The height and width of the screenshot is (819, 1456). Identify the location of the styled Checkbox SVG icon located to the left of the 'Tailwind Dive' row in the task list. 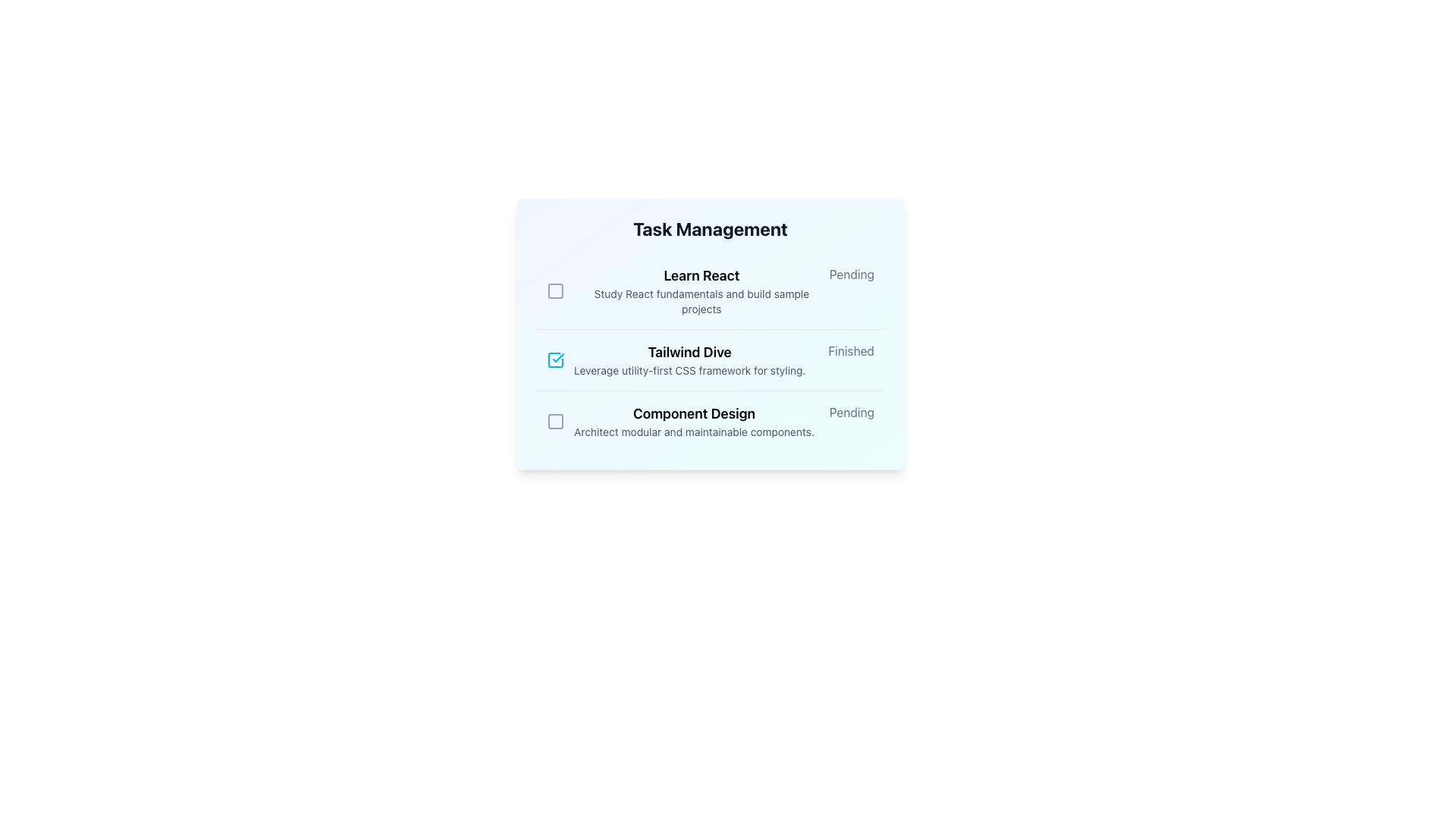
(555, 359).